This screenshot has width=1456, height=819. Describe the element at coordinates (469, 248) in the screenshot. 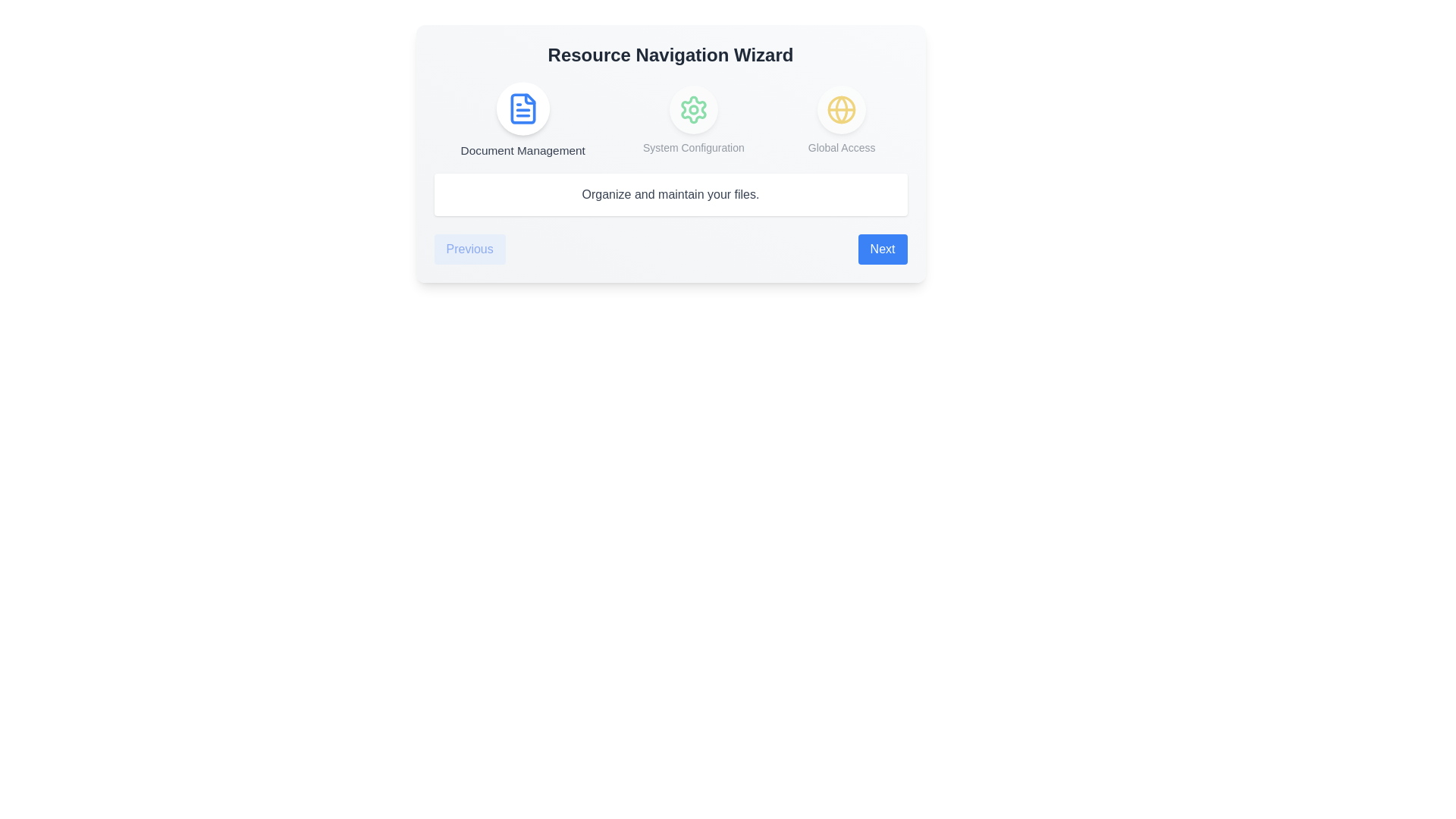

I see `'Previous' button to navigate to the previous step` at that location.